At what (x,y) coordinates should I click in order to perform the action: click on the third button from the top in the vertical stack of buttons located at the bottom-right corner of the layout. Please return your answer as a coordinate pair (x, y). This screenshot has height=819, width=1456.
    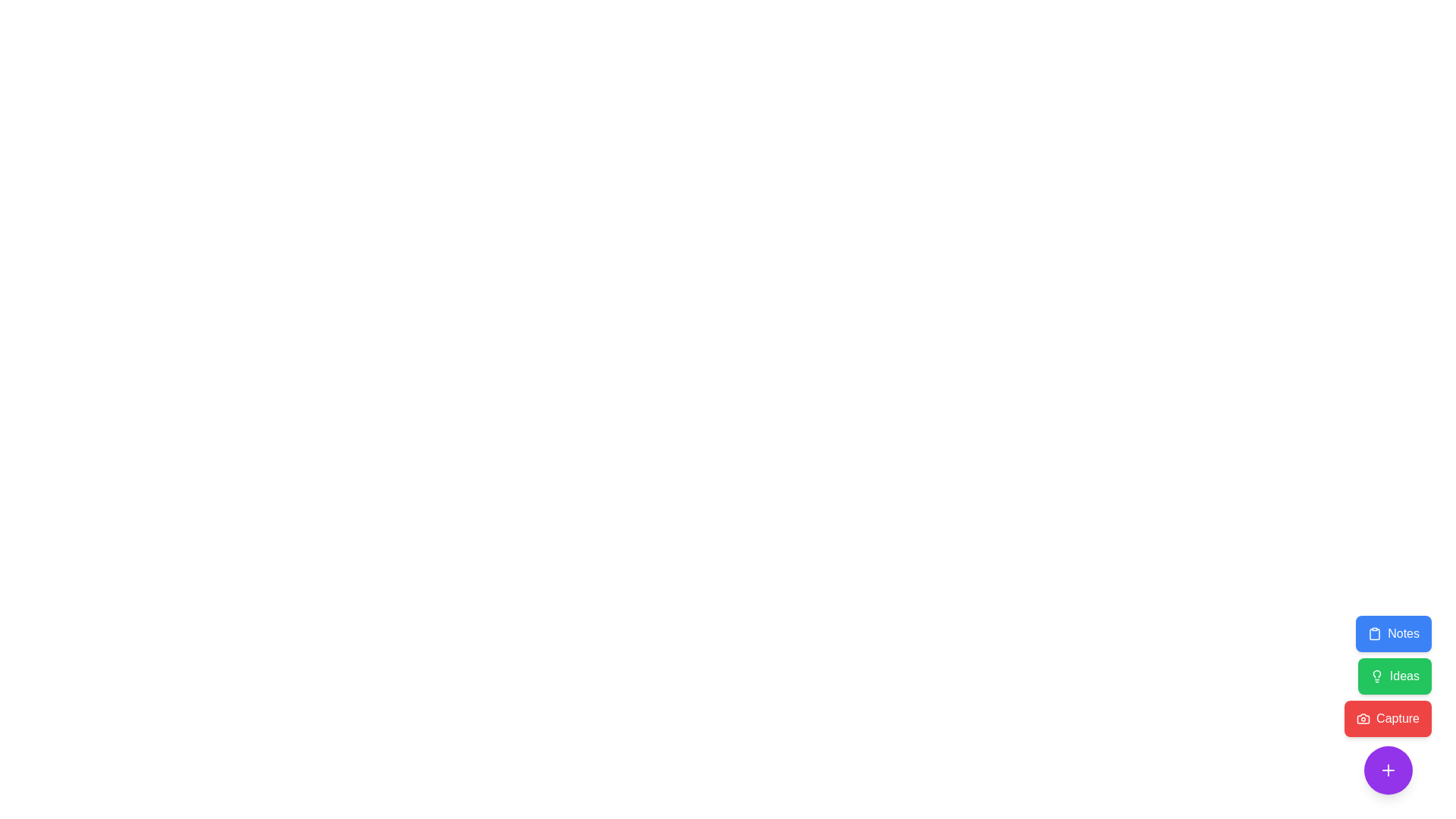
    Looking at the image, I should click on (1388, 704).